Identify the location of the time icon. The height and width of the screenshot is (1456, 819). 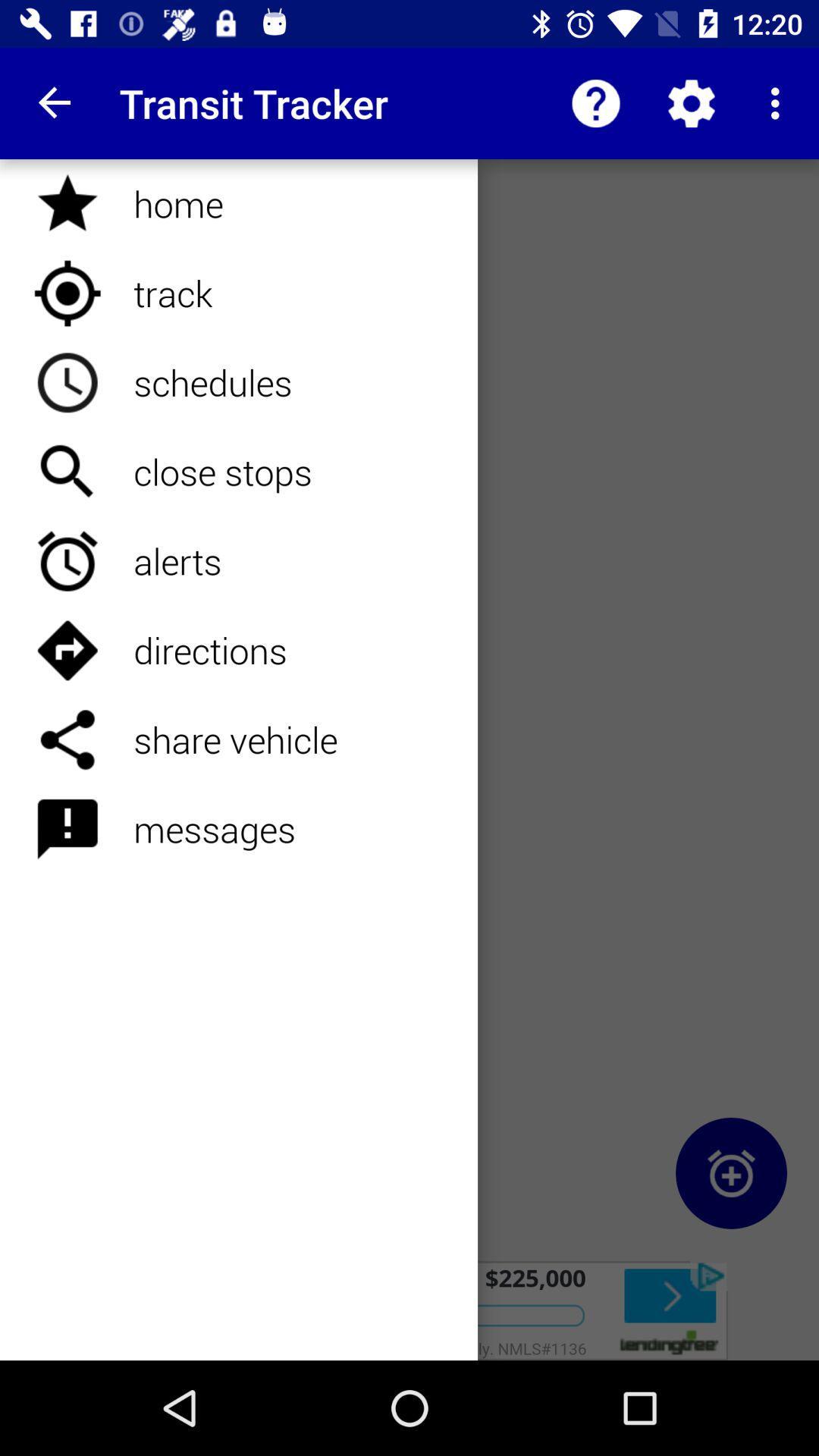
(730, 1172).